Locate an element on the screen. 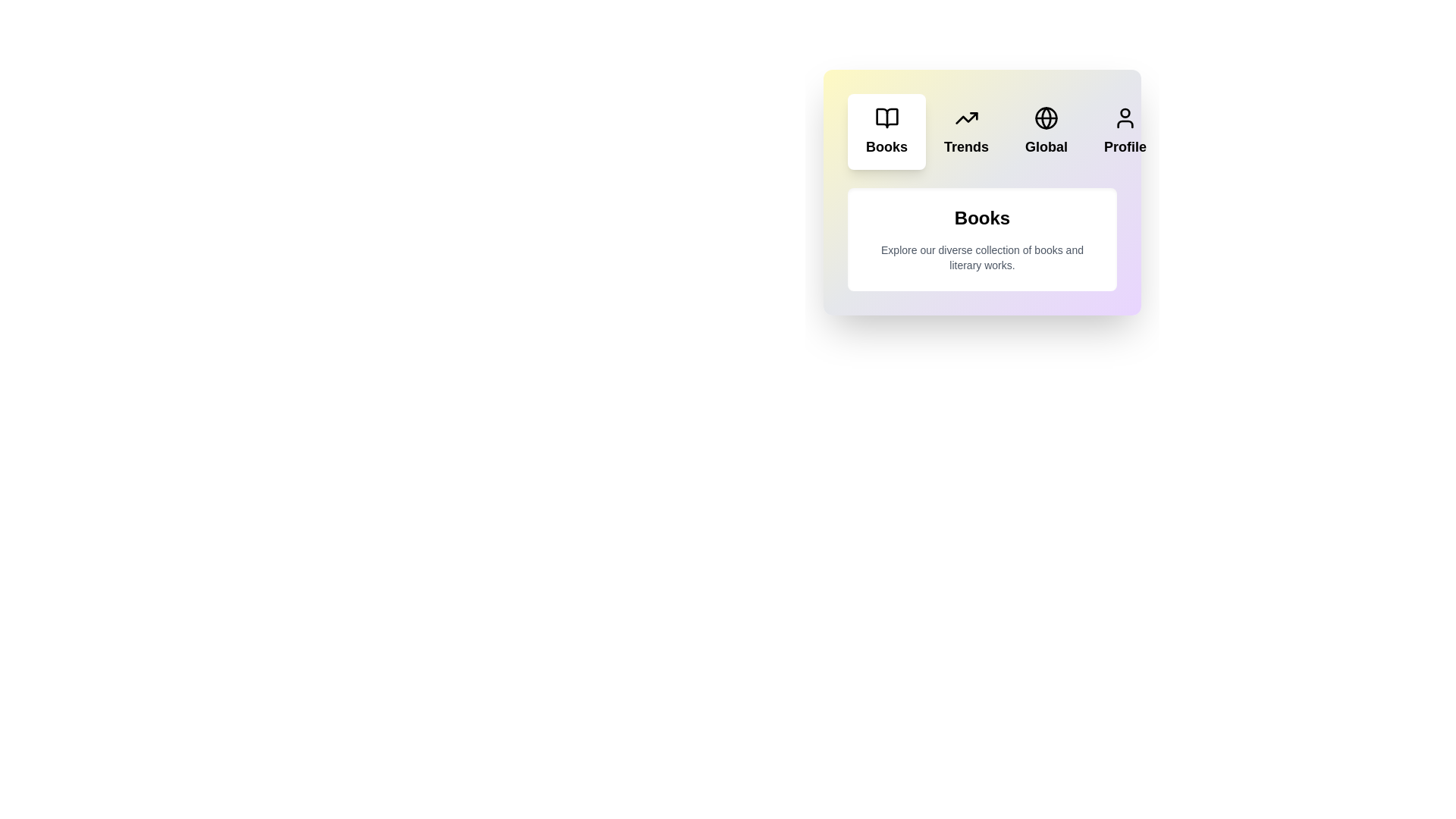 This screenshot has height=819, width=1456. the tab labeled Profile is located at coordinates (1125, 130).